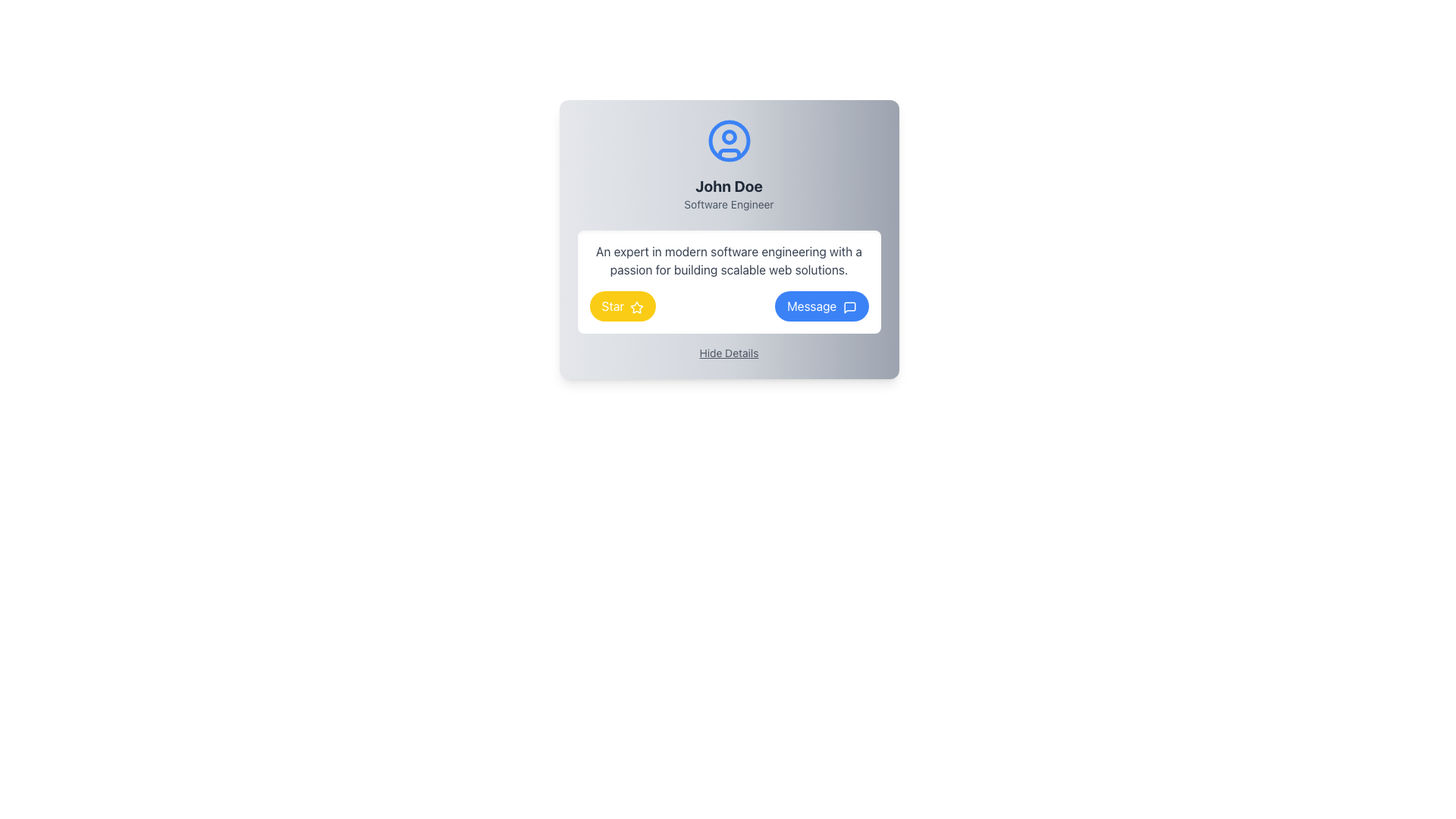 Image resolution: width=1456 pixels, height=819 pixels. What do you see at coordinates (729, 140) in the screenshot?
I see `the Decorative SVG Circle element, which is a round graphical component resembling a user icon, located at the top center of a user profile card` at bounding box center [729, 140].